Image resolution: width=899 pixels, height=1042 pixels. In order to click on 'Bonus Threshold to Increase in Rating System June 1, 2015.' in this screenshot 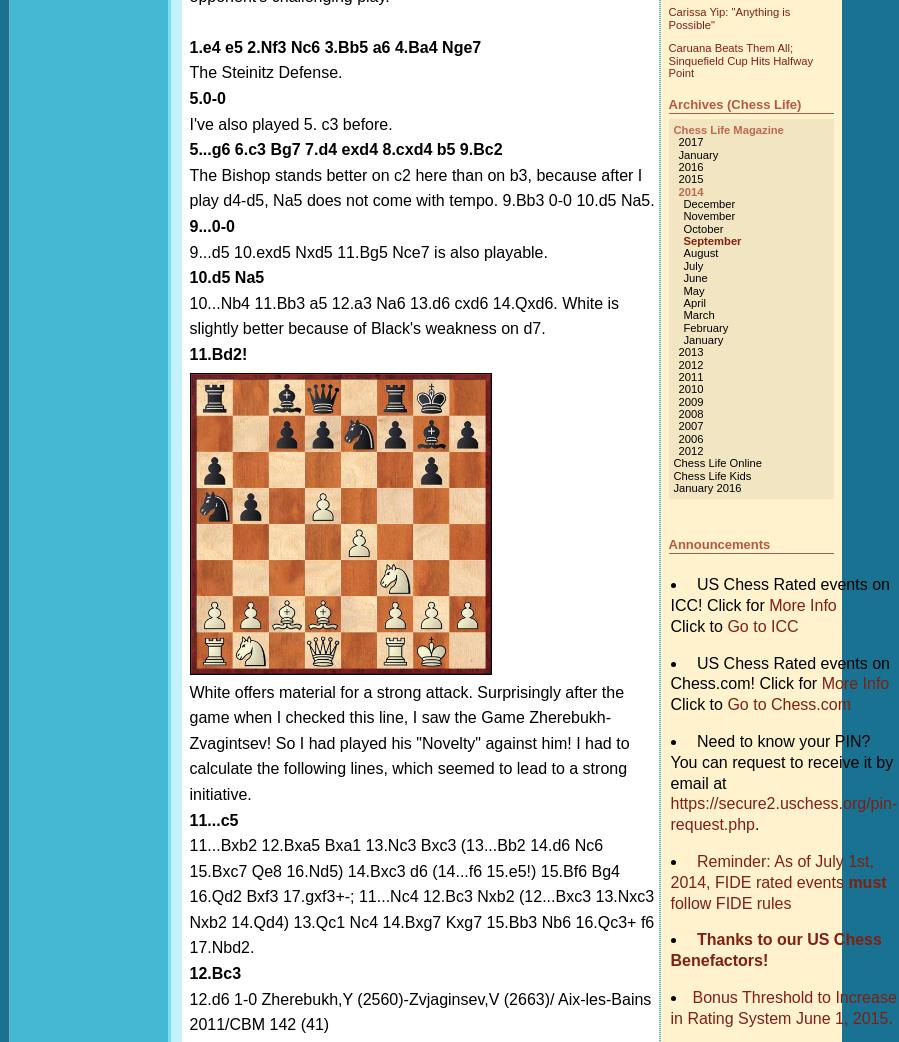, I will do `click(783, 1006)`.